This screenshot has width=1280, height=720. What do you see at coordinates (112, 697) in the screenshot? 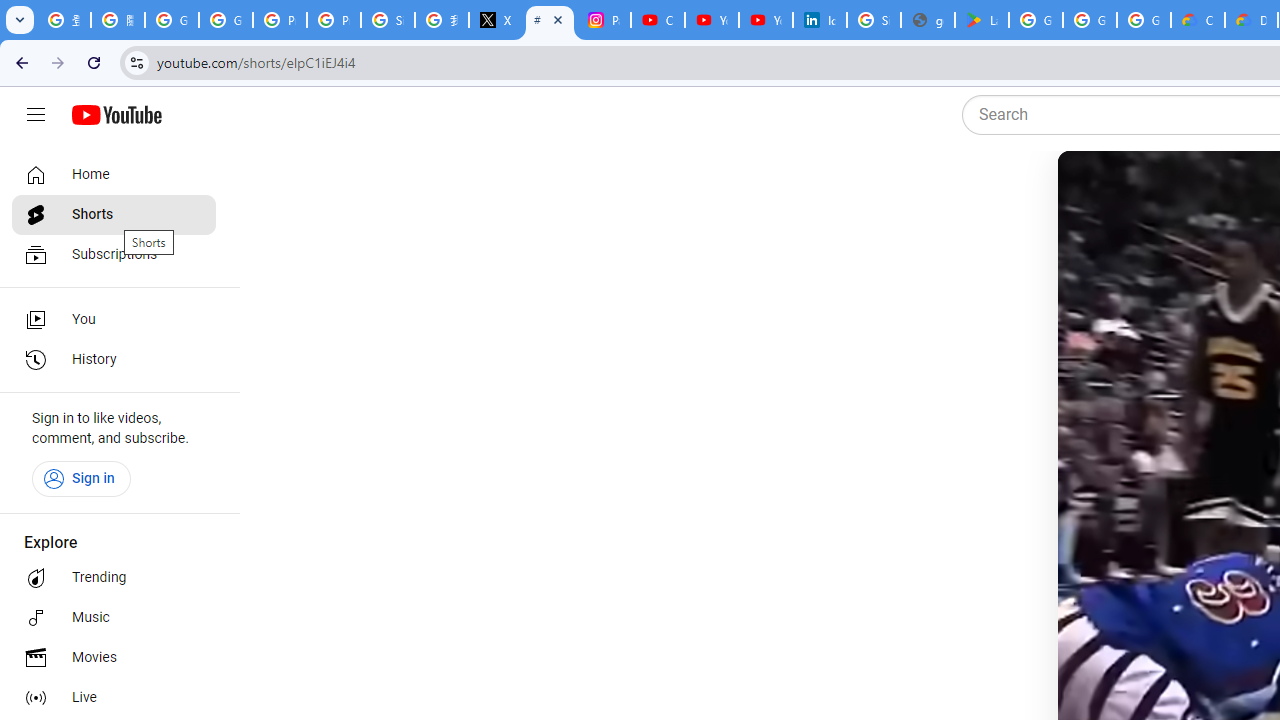
I see `'Live'` at bounding box center [112, 697].